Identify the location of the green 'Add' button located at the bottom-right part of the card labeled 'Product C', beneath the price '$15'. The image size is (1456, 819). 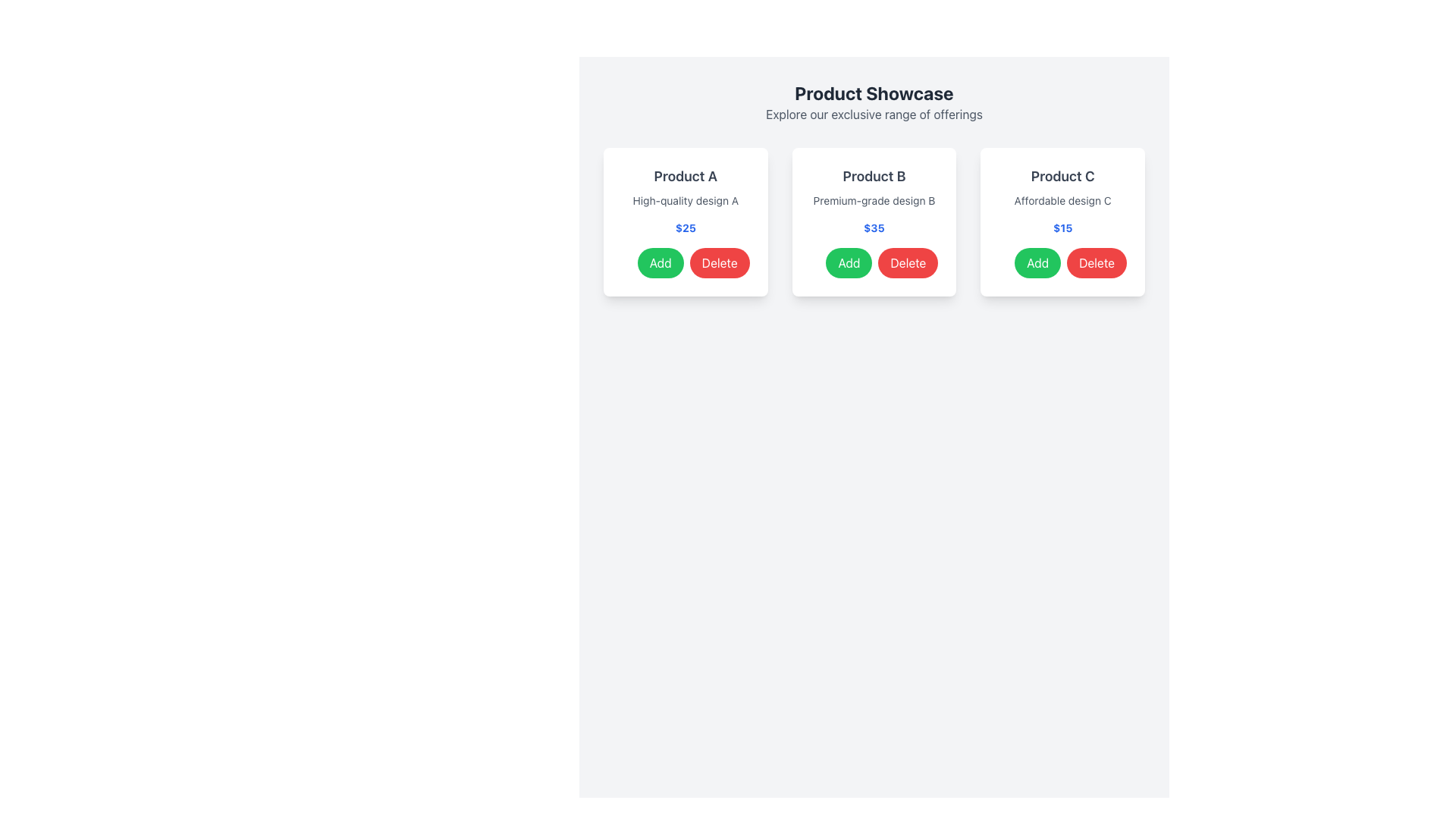
(1062, 262).